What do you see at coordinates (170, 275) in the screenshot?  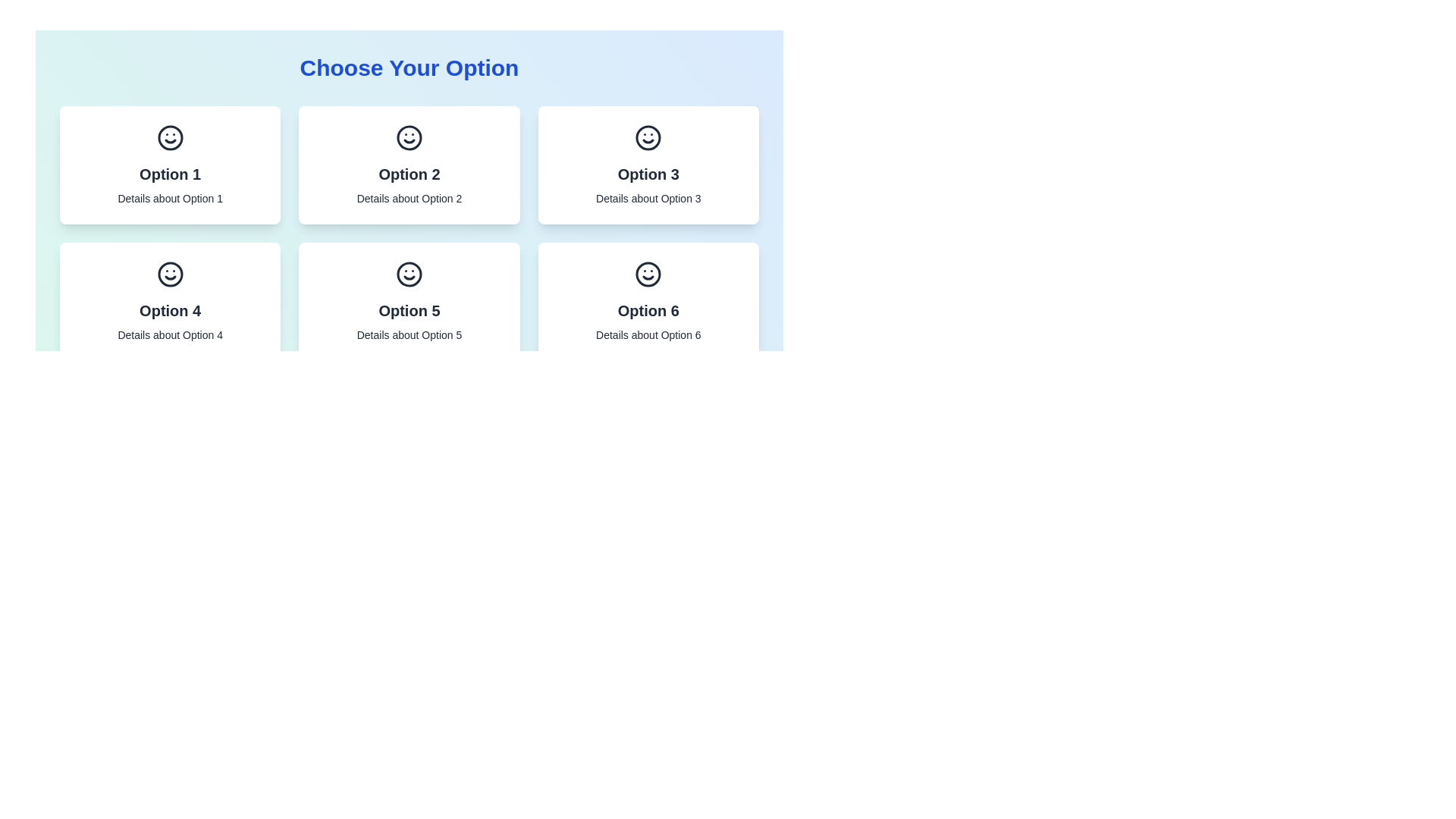 I see `the decorative icon in the 'Option 4' card, located in the lower left quadrant of the grid layout, specifically in the second row and first column` at bounding box center [170, 275].